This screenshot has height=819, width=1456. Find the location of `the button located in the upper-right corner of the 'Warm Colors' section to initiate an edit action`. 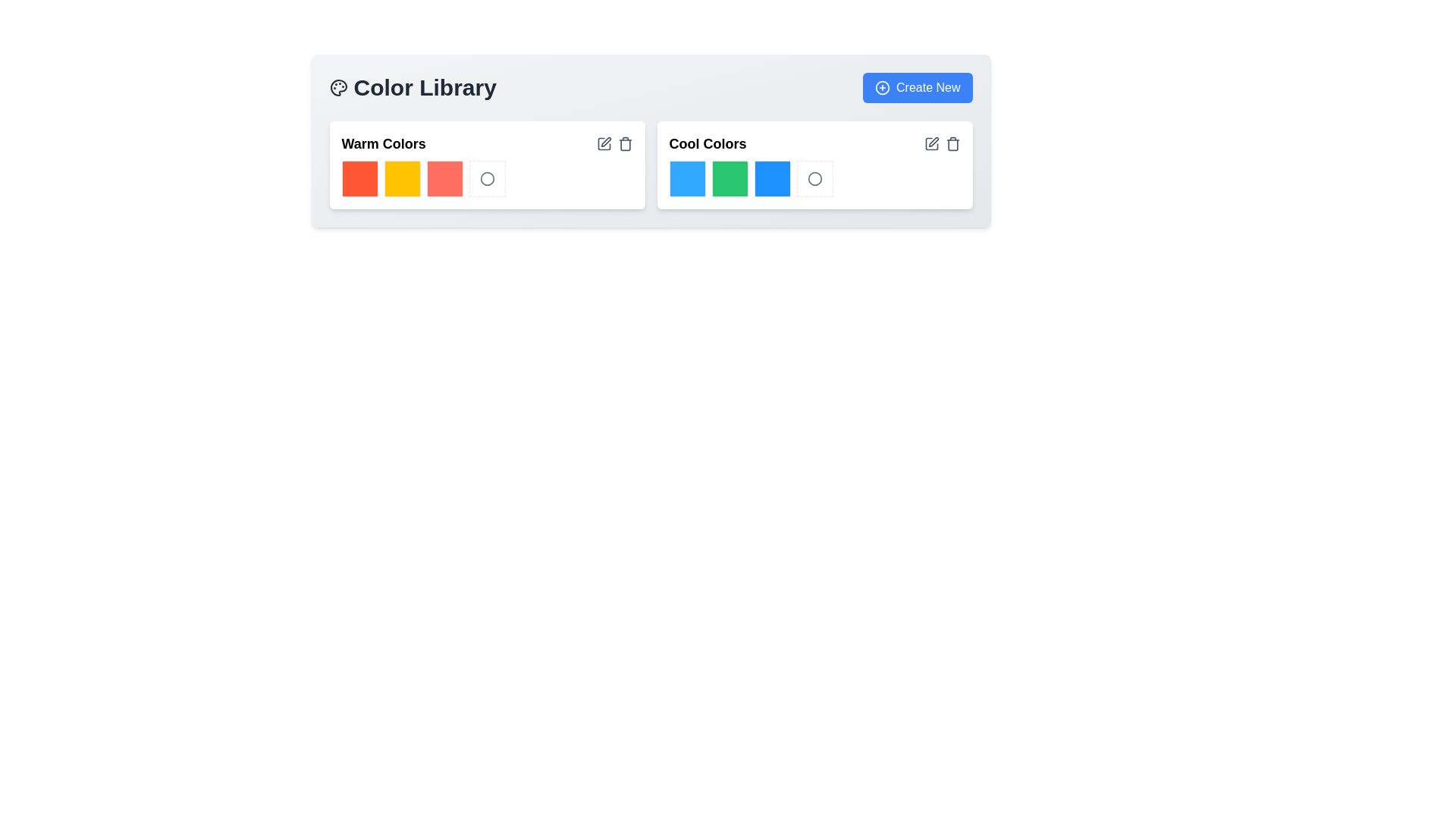

the button located in the upper-right corner of the 'Warm Colors' section to initiate an edit action is located at coordinates (603, 143).